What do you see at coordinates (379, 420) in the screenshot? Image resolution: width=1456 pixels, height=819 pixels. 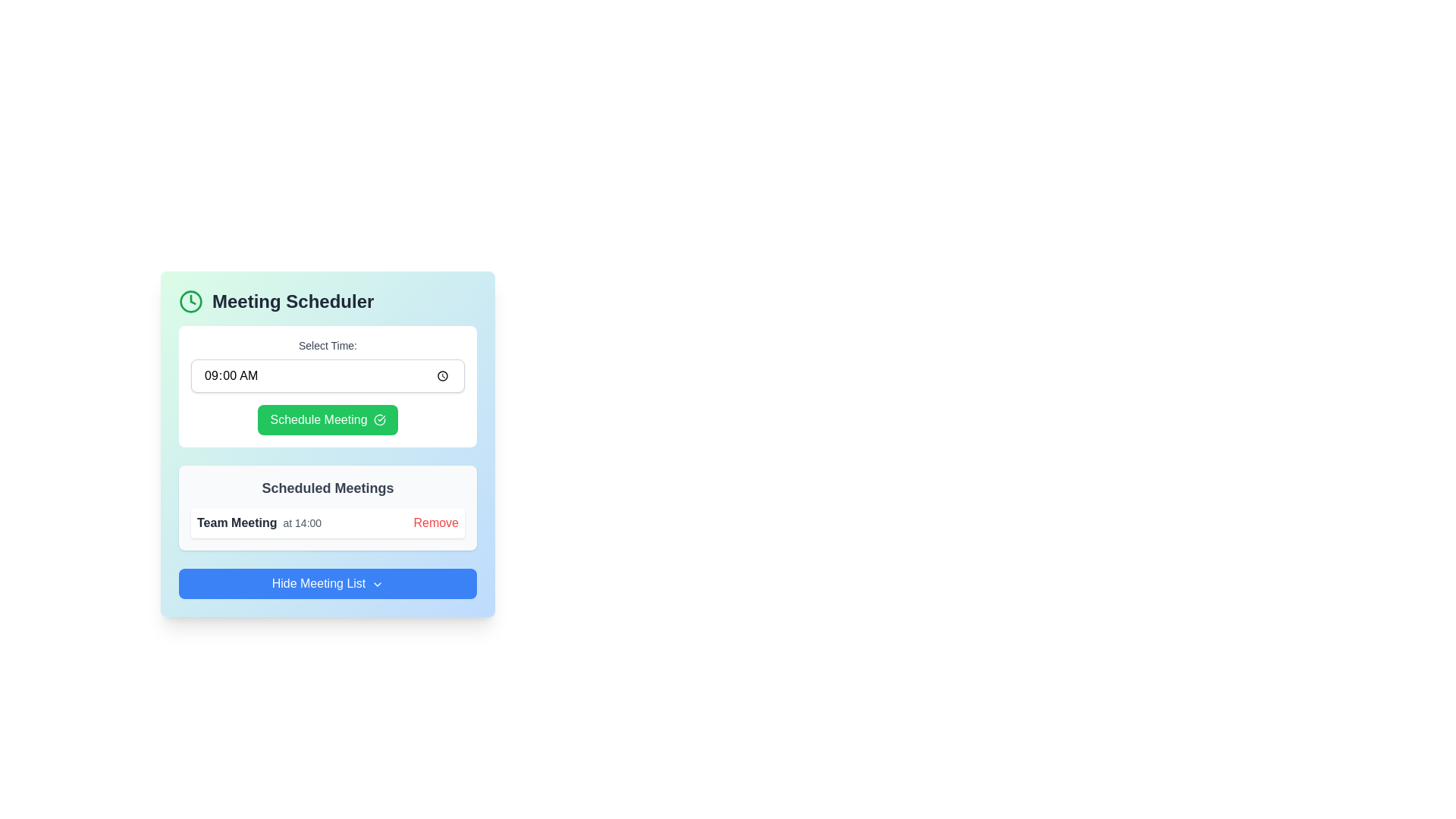 I see `the circular checkmark icon located to the right of the 'Schedule Meeting' text within the 'Schedule Meeting' button` at bounding box center [379, 420].